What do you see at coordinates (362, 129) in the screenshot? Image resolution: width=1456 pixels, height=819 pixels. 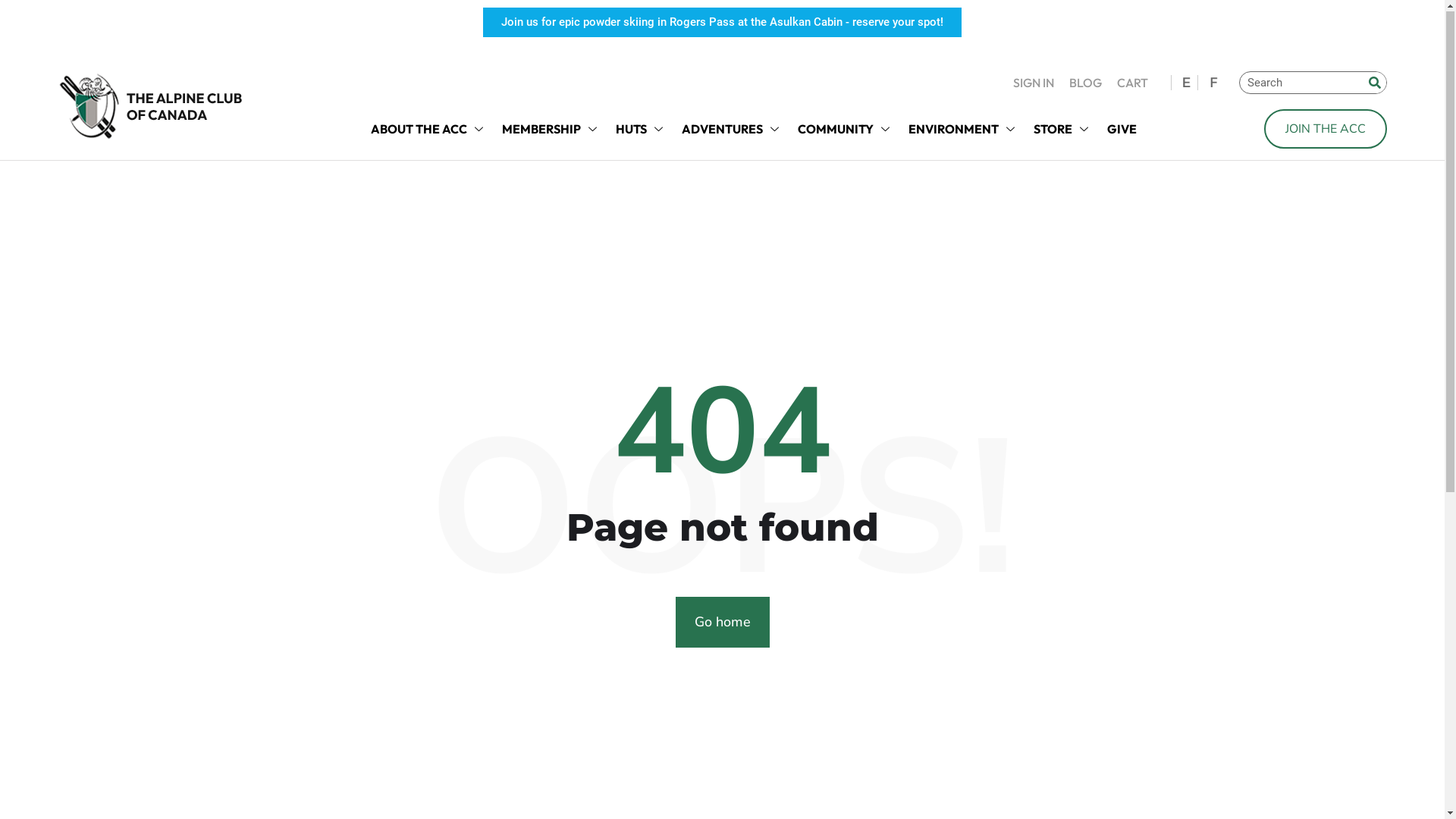 I see `'ABOUT THE ACC'` at bounding box center [362, 129].